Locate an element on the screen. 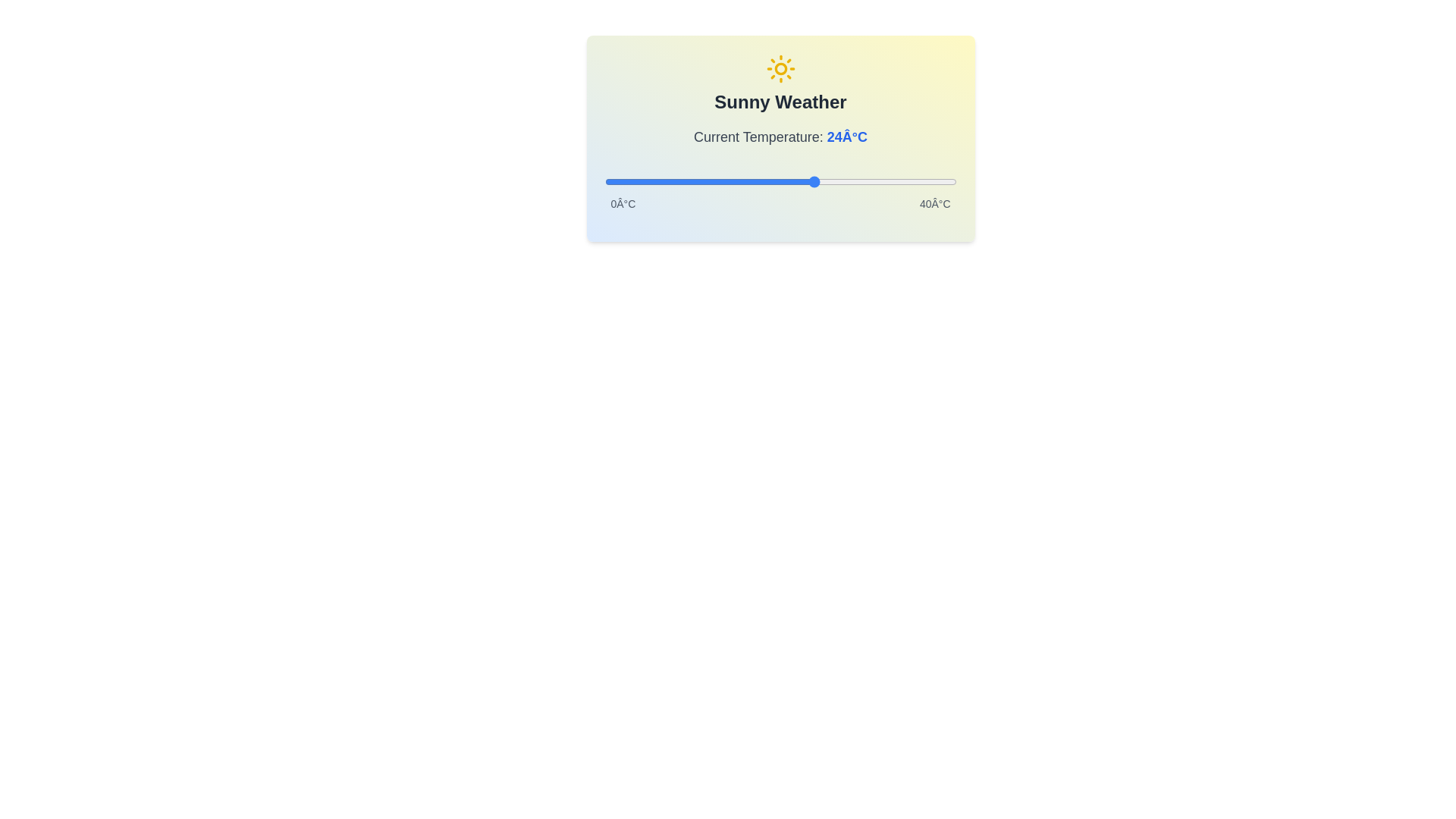 This screenshot has width=1456, height=819. the temperature is located at coordinates (938, 180).